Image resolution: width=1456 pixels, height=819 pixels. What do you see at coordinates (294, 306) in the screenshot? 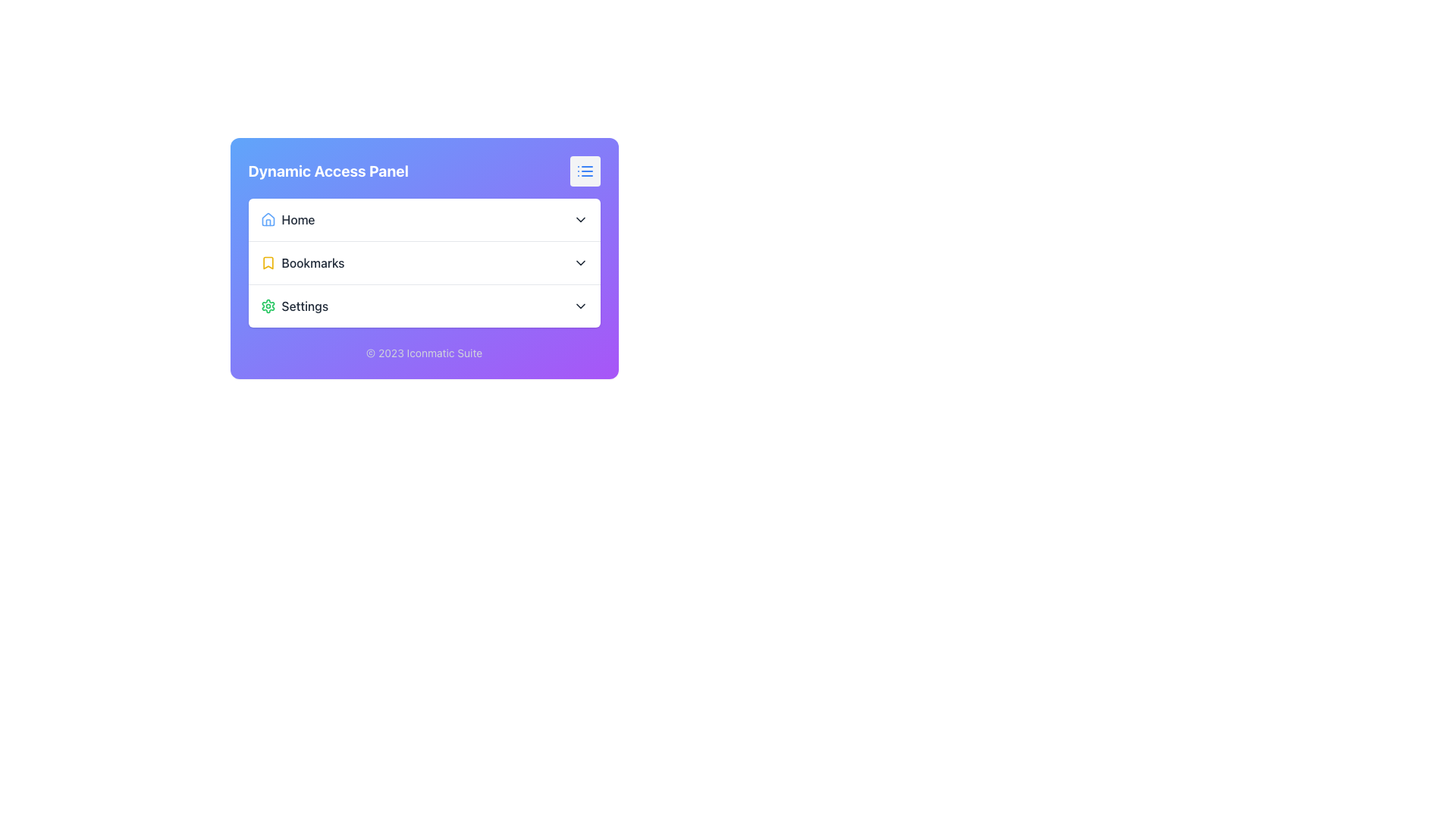
I see `the third clickable menu item labeled 'Settings'` at bounding box center [294, 306].